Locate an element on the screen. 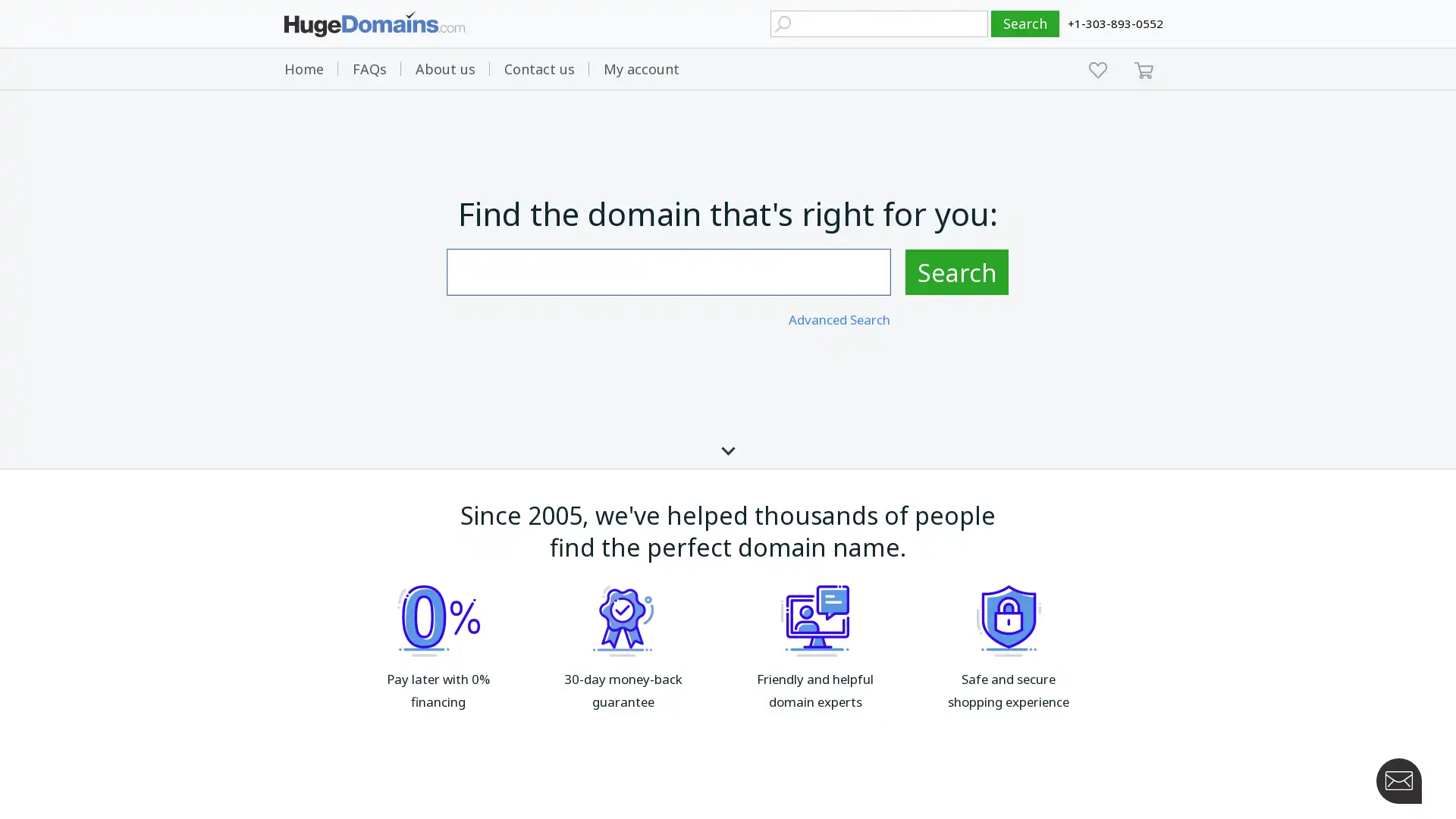 This screenshot has height=819, width=1456. Search is located at coordinates (1025, 24).